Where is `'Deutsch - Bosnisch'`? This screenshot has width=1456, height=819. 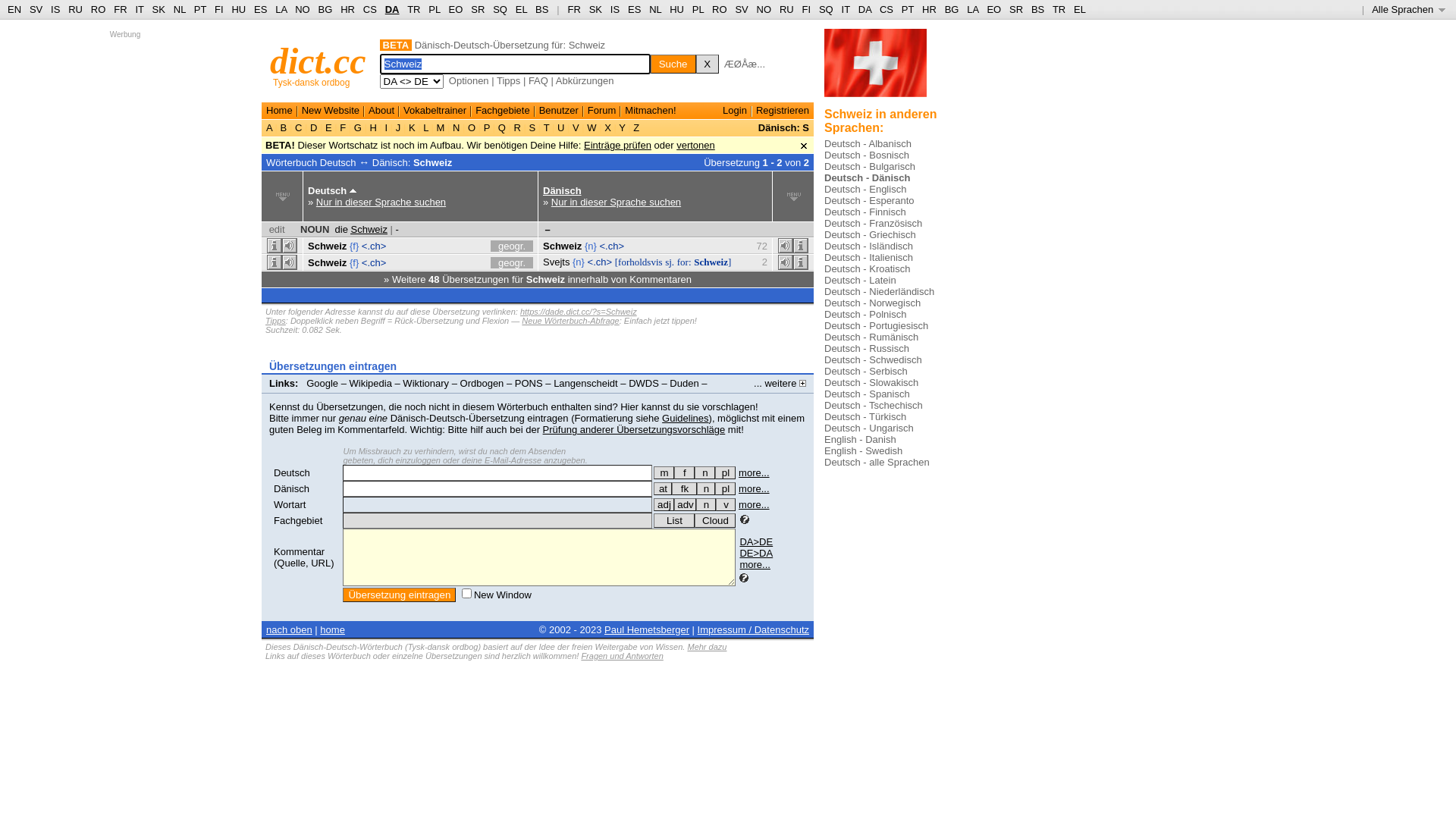 'Deutsch - Bosnisch' is located at coordinates (866, 155).